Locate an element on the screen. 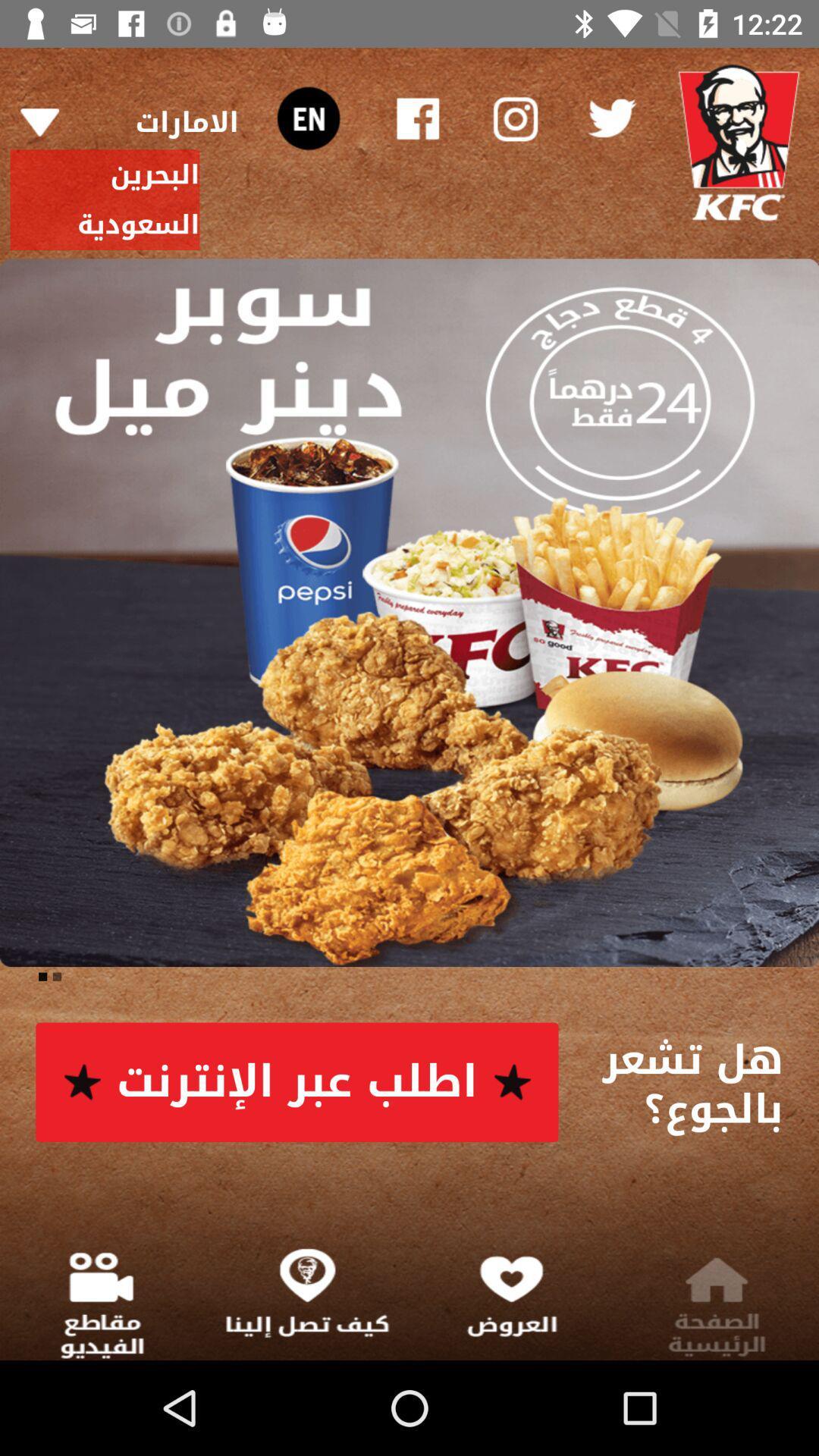 This screenshot has height=1456, width=819. the facebook icon is located at coordinates (418, 118).